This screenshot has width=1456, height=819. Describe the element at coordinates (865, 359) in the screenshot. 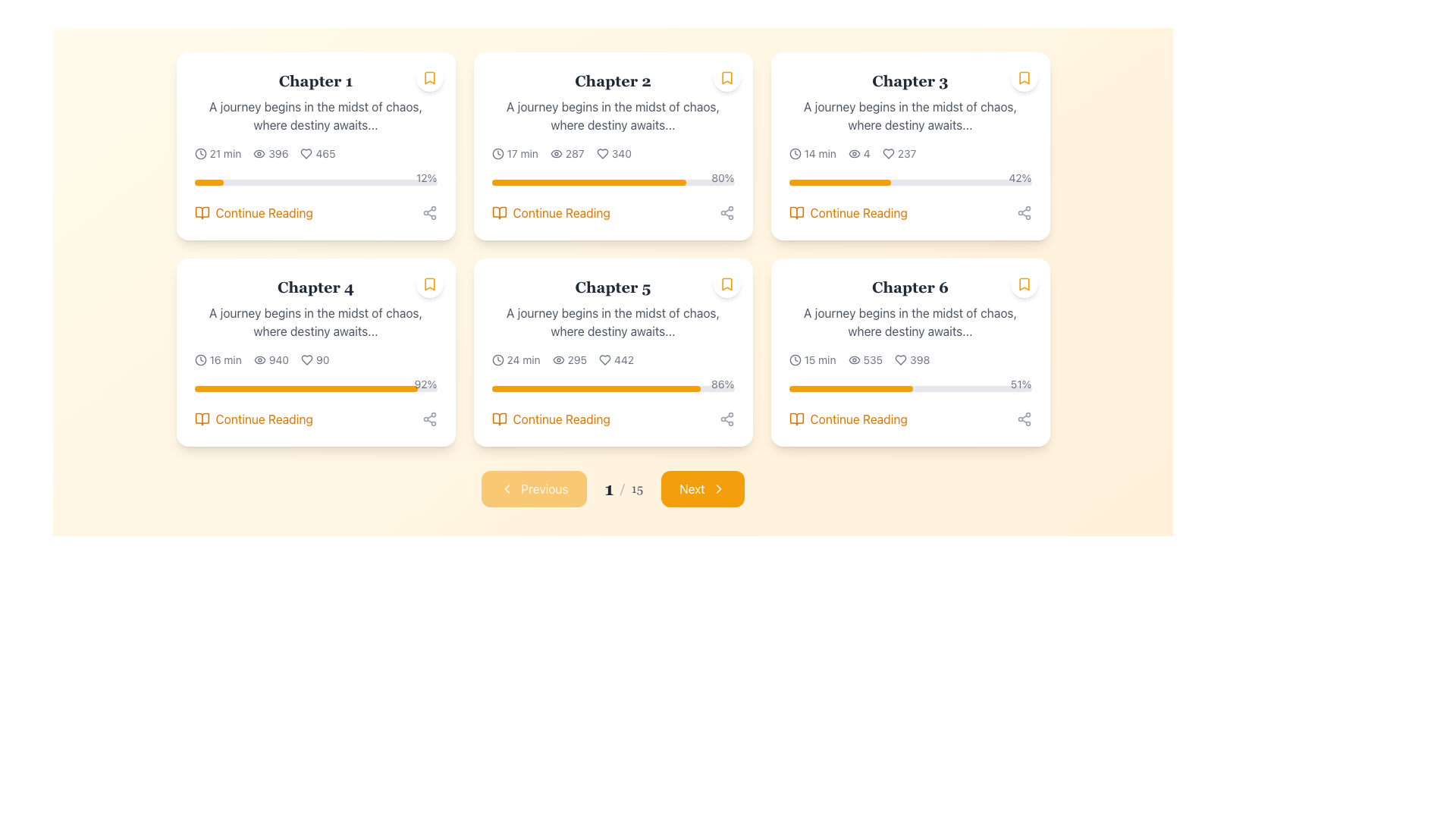

I see `the static text element displaying the number of views '535' associated with the eye icon in Chapter 6, positioned between '15 min' and '398'` at that location.